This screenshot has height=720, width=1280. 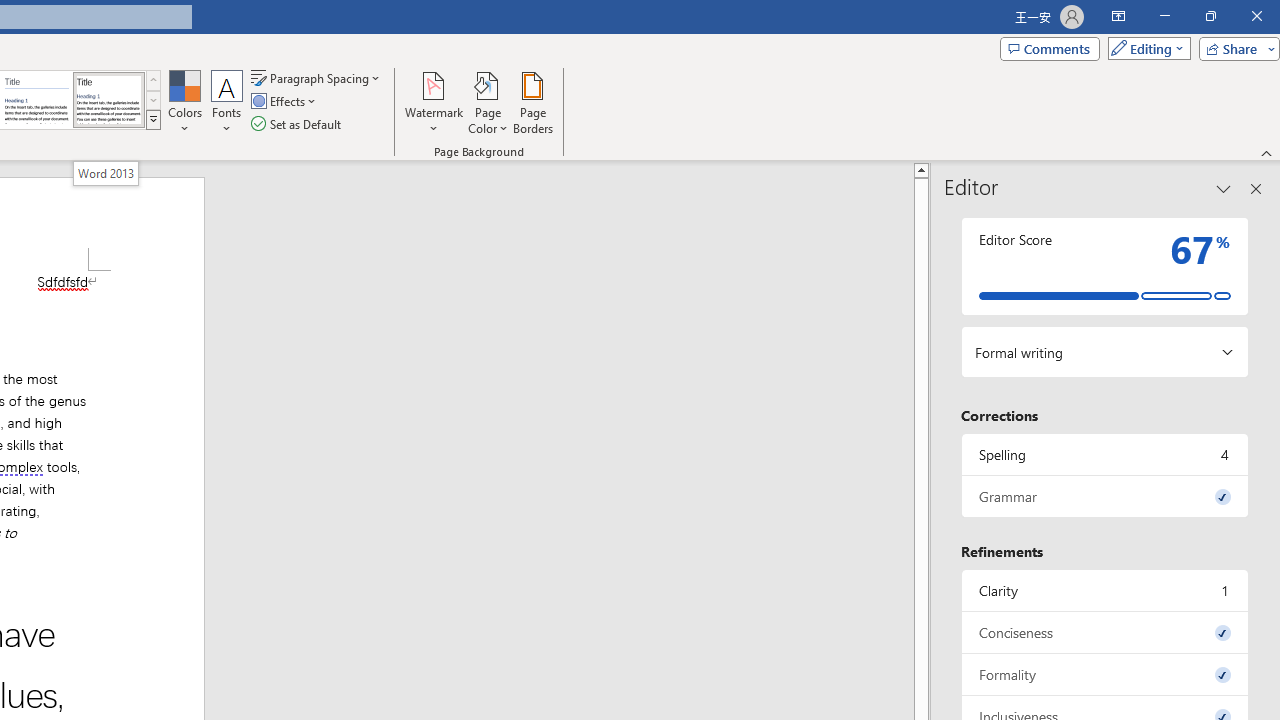 What do you see at coordinates (533, 103) in the screenshot?
I see `'Page Borders...'` at bounding box center [533, 103].